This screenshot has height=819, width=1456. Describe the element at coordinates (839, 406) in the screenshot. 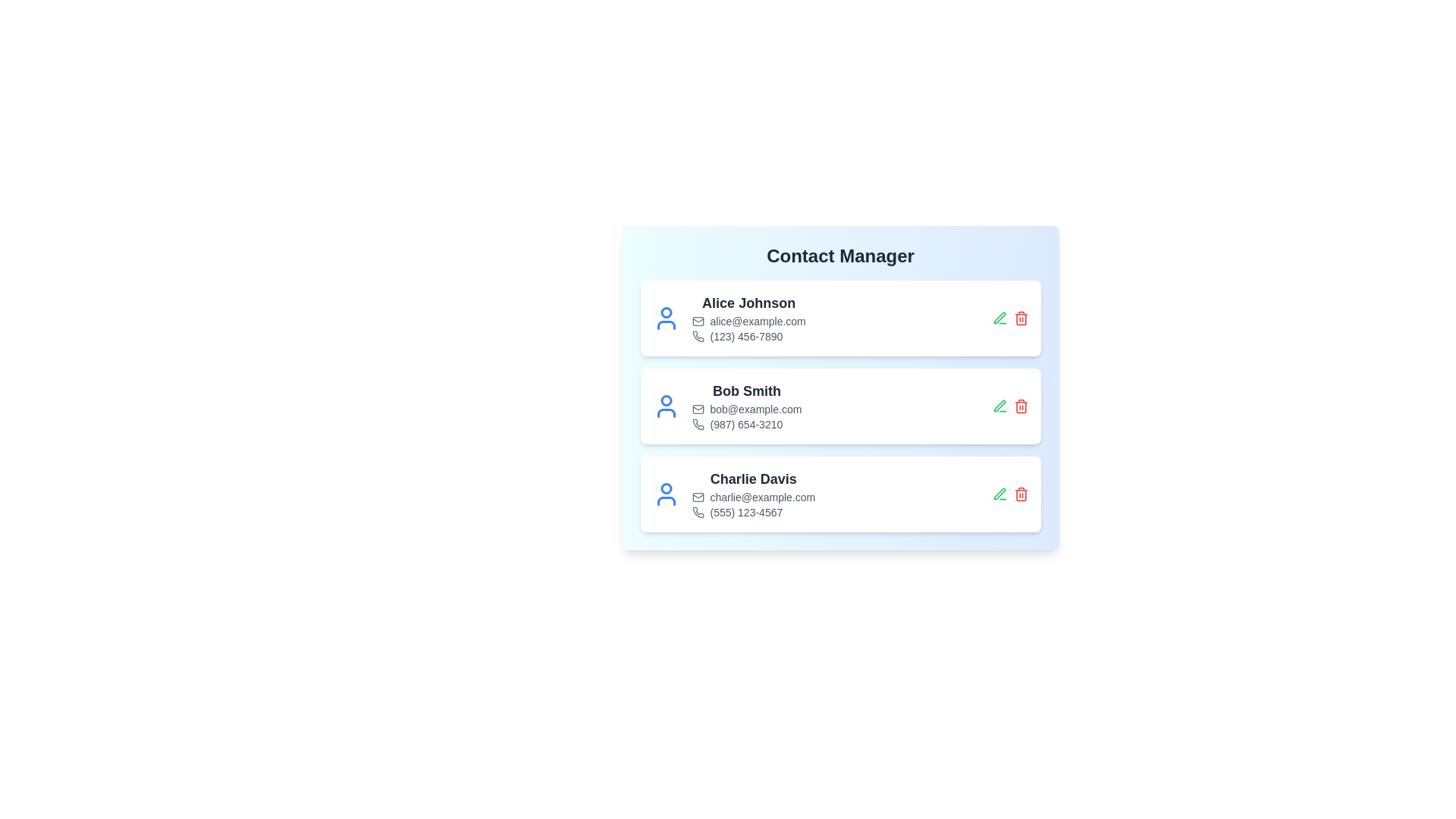

I see `the contact entry for Bob Smith to view their details` at that location.